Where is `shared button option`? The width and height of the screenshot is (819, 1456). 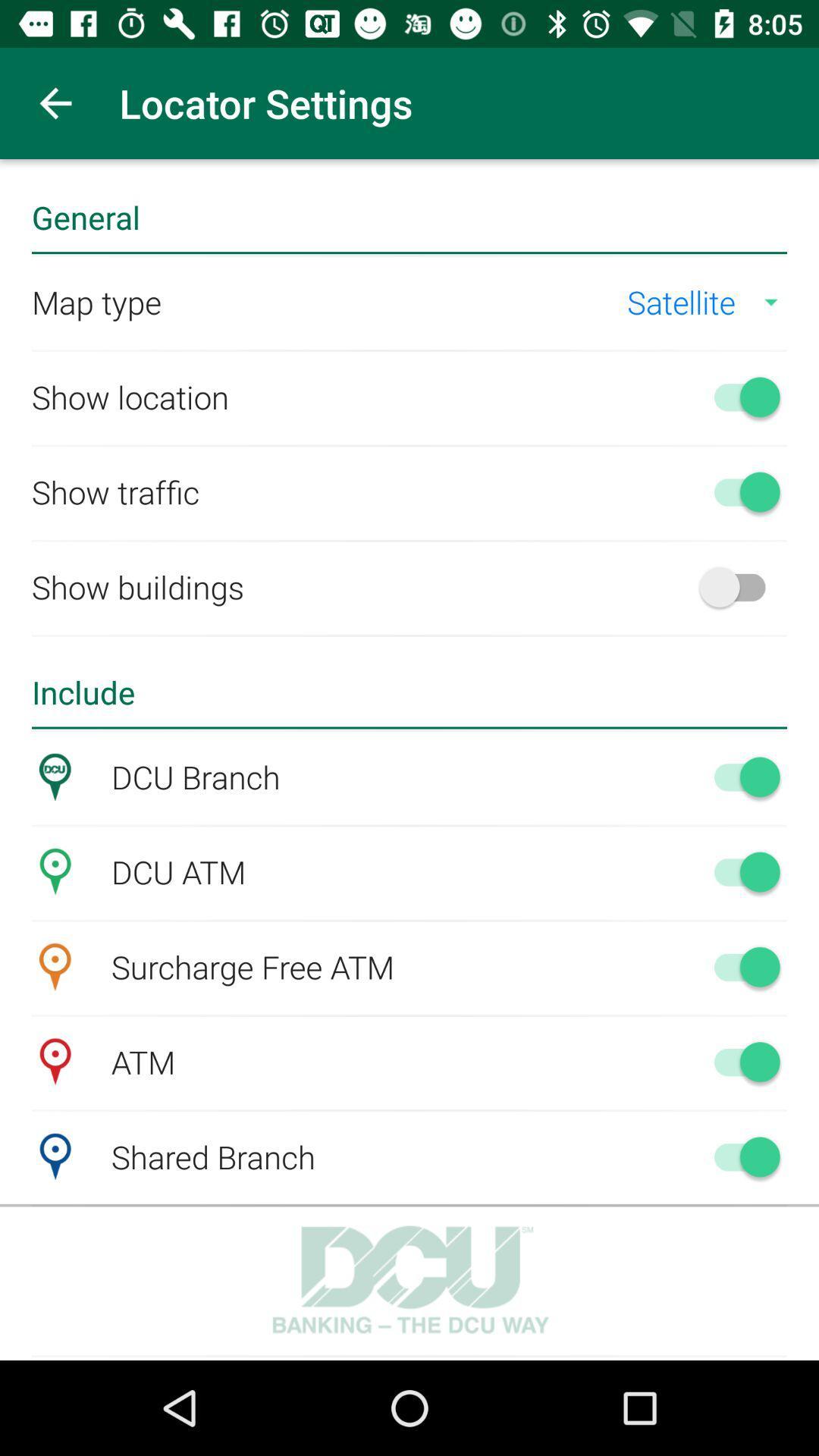
shared button option is located at coordinates (739, 1156).